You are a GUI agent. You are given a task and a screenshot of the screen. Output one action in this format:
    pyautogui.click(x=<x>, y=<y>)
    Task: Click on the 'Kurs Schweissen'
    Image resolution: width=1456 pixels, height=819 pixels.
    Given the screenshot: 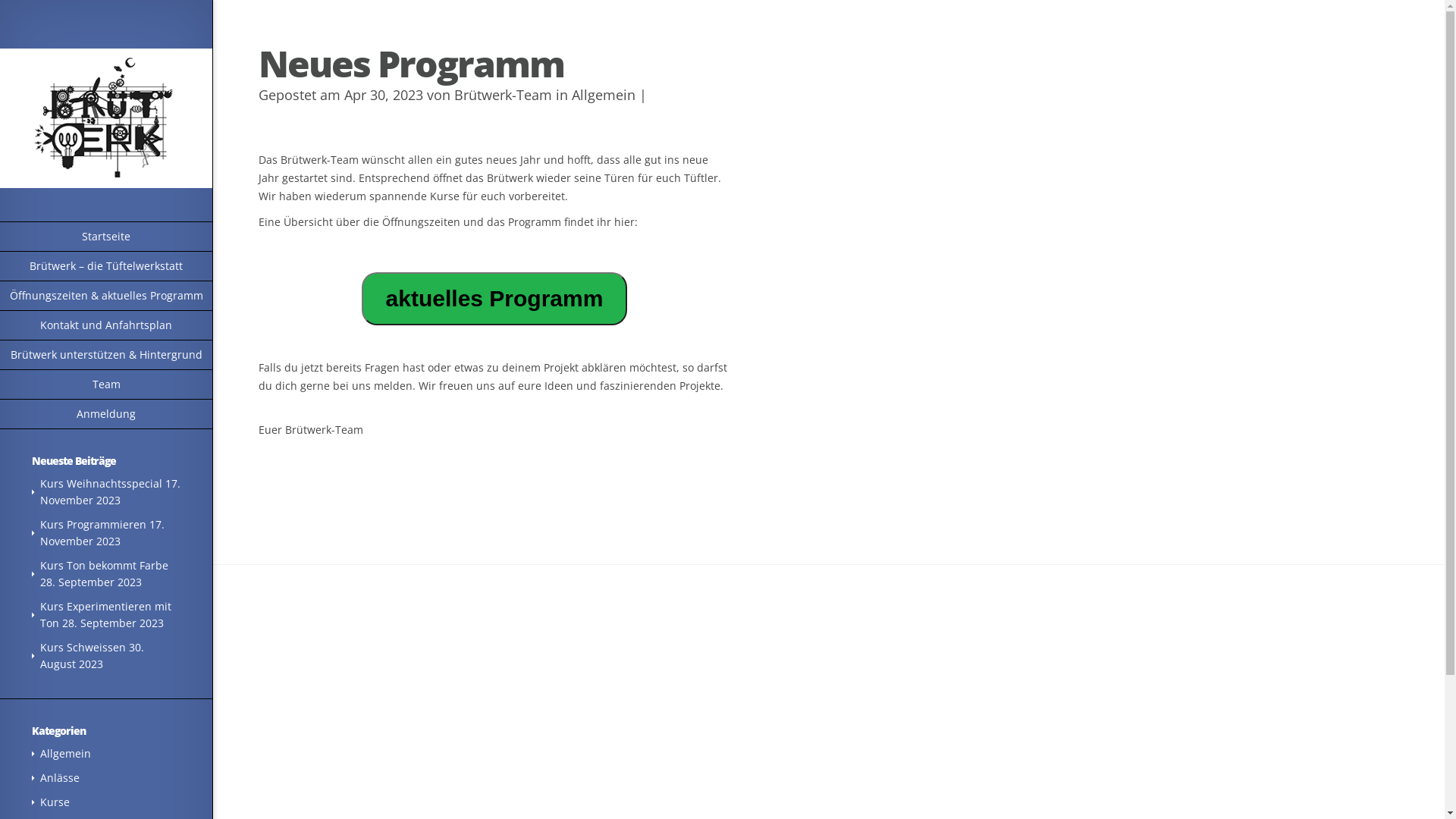 What is the action you would take?
    pyautogui.click(x=82, y=647)
    